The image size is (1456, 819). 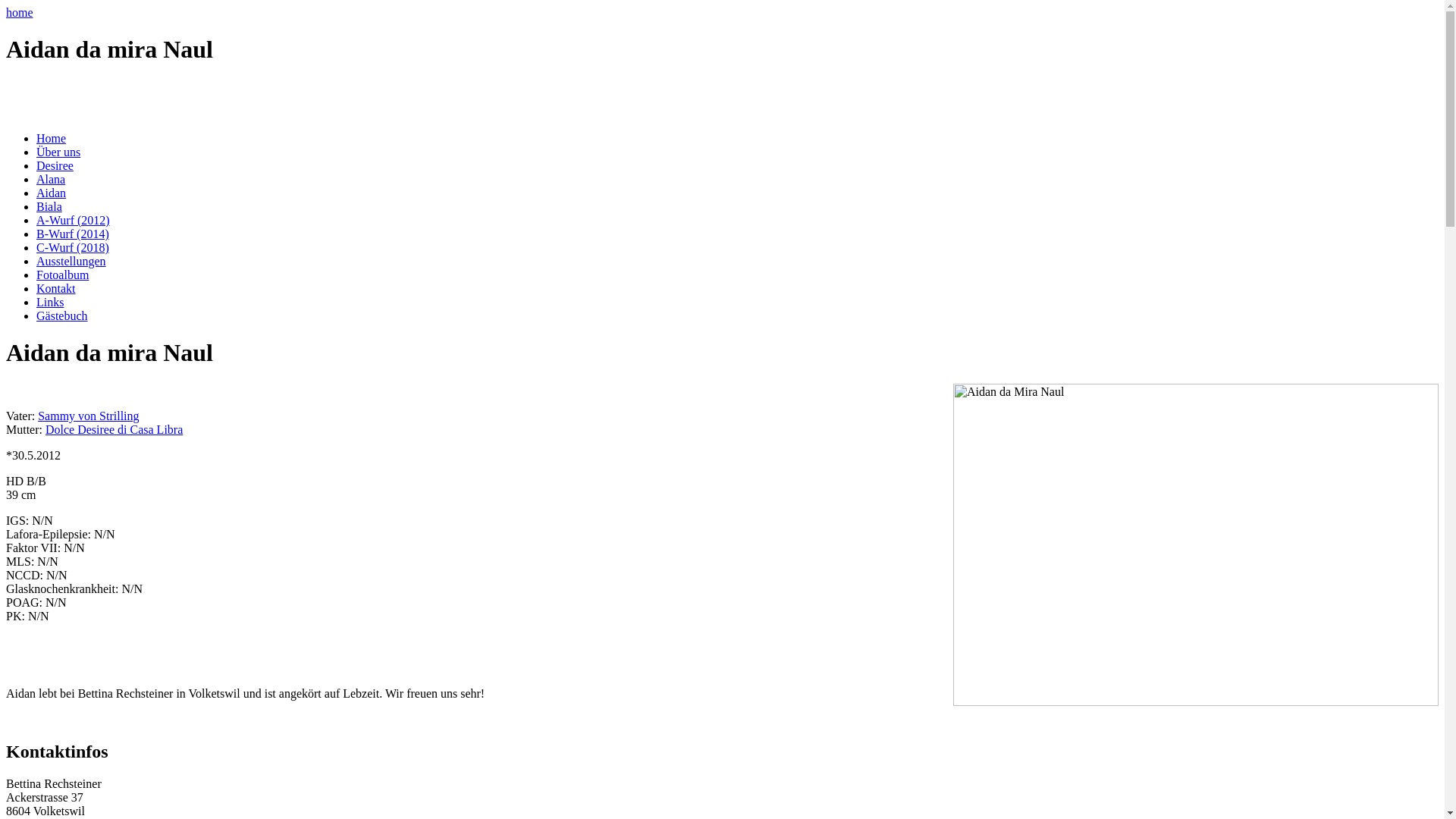 I want to click on 'Home', so click(x=51, y=138).